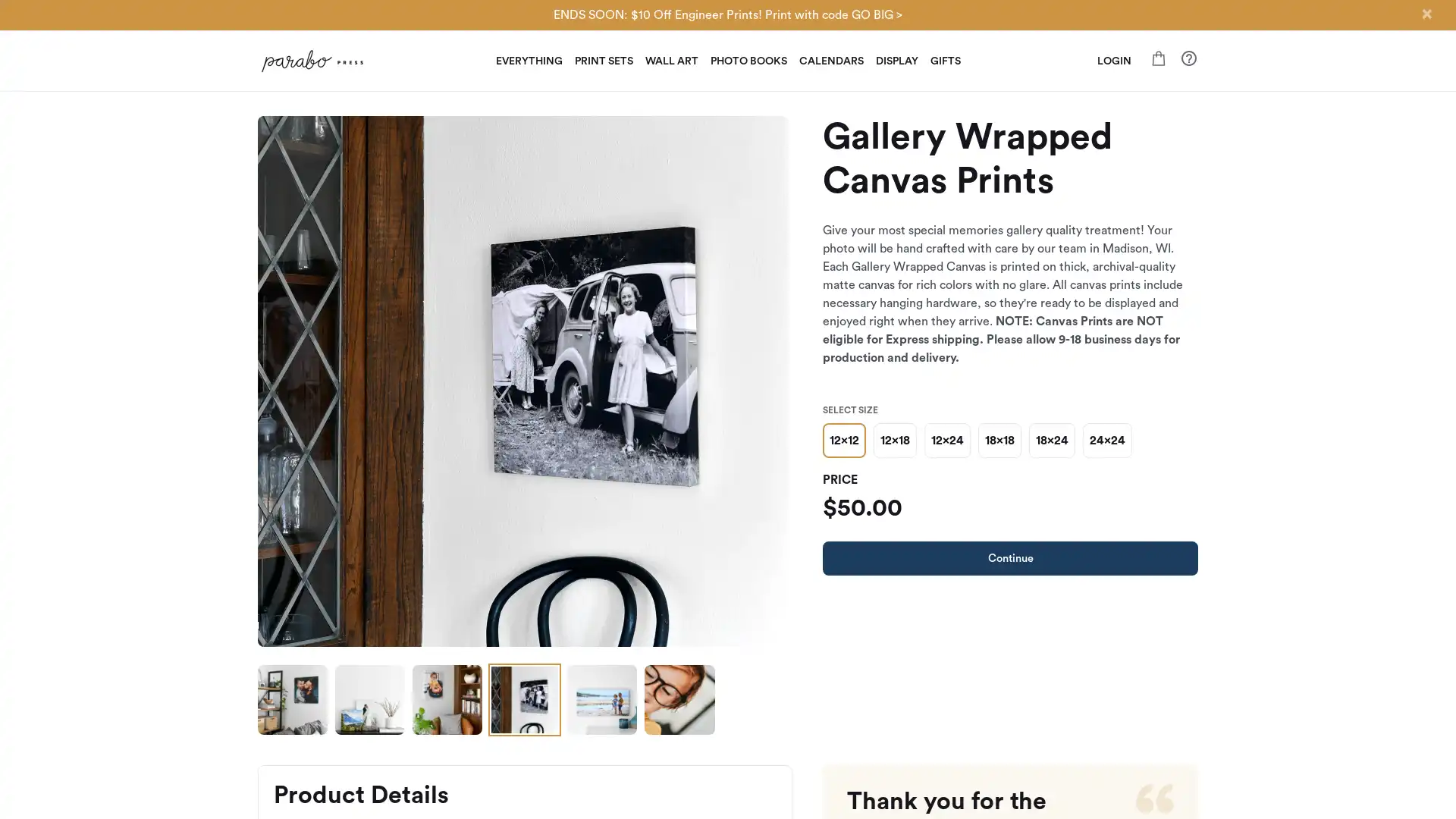 The image size is (1456, 819). I want to click on slide dot, so click(447, 699).